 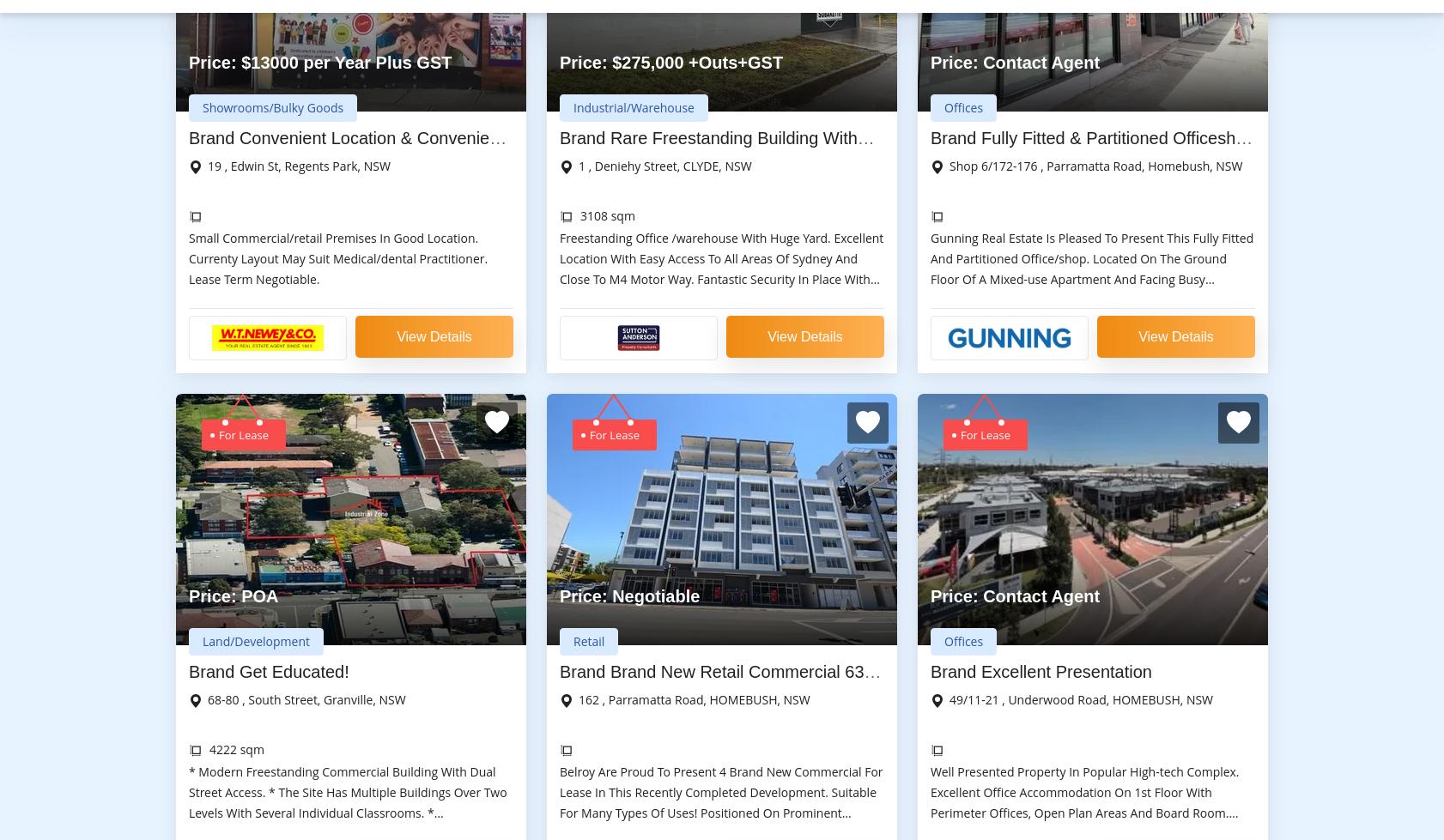 I want to click on 'Commercial Real Estate Melbourne', so click(x=175, y=518).